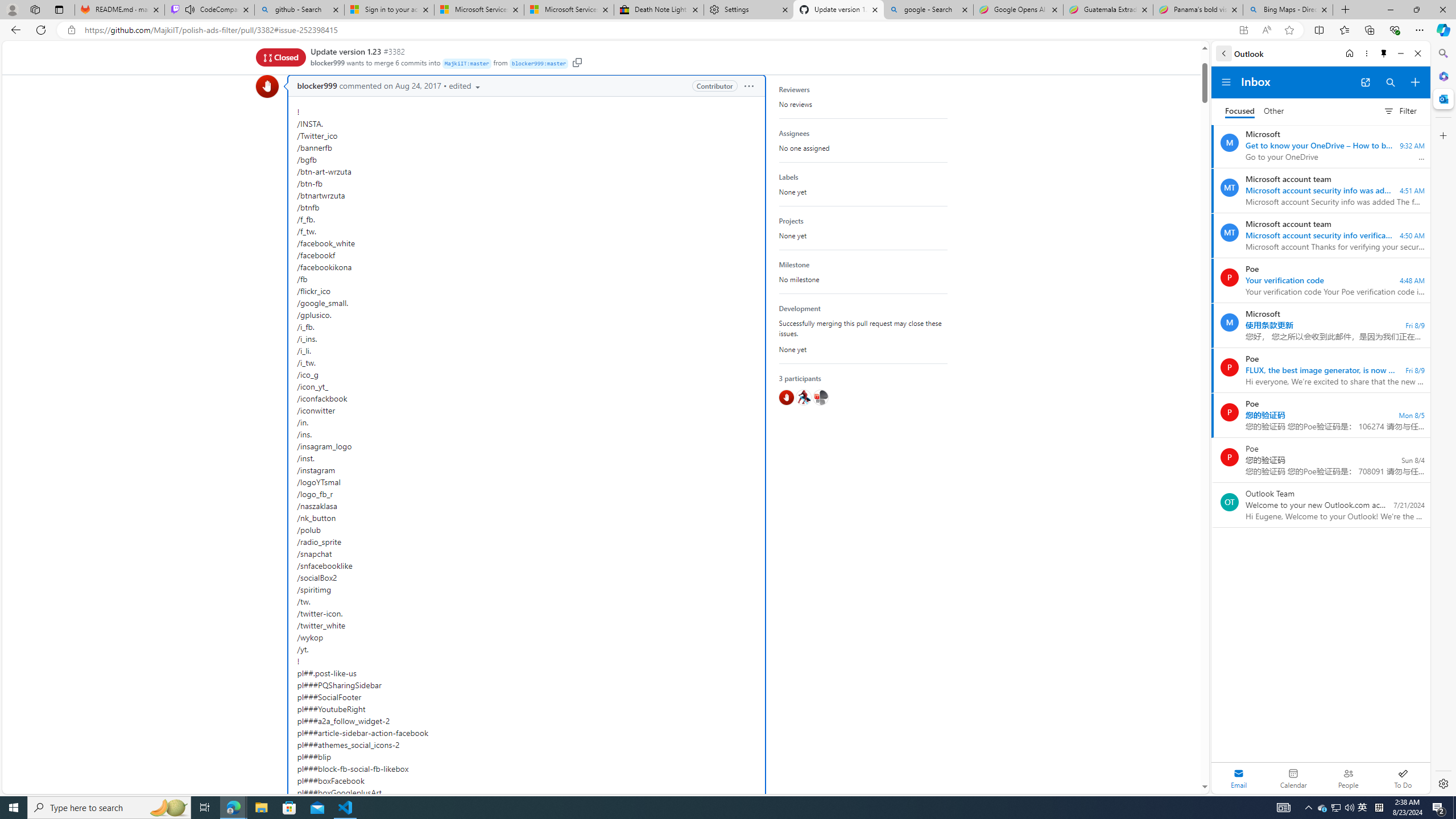 The height and width of the screenshot is (819, 1456). Describe the element at coordinates (539, 64) in the screenshot. I see `'blocker999 : master'` at that location.